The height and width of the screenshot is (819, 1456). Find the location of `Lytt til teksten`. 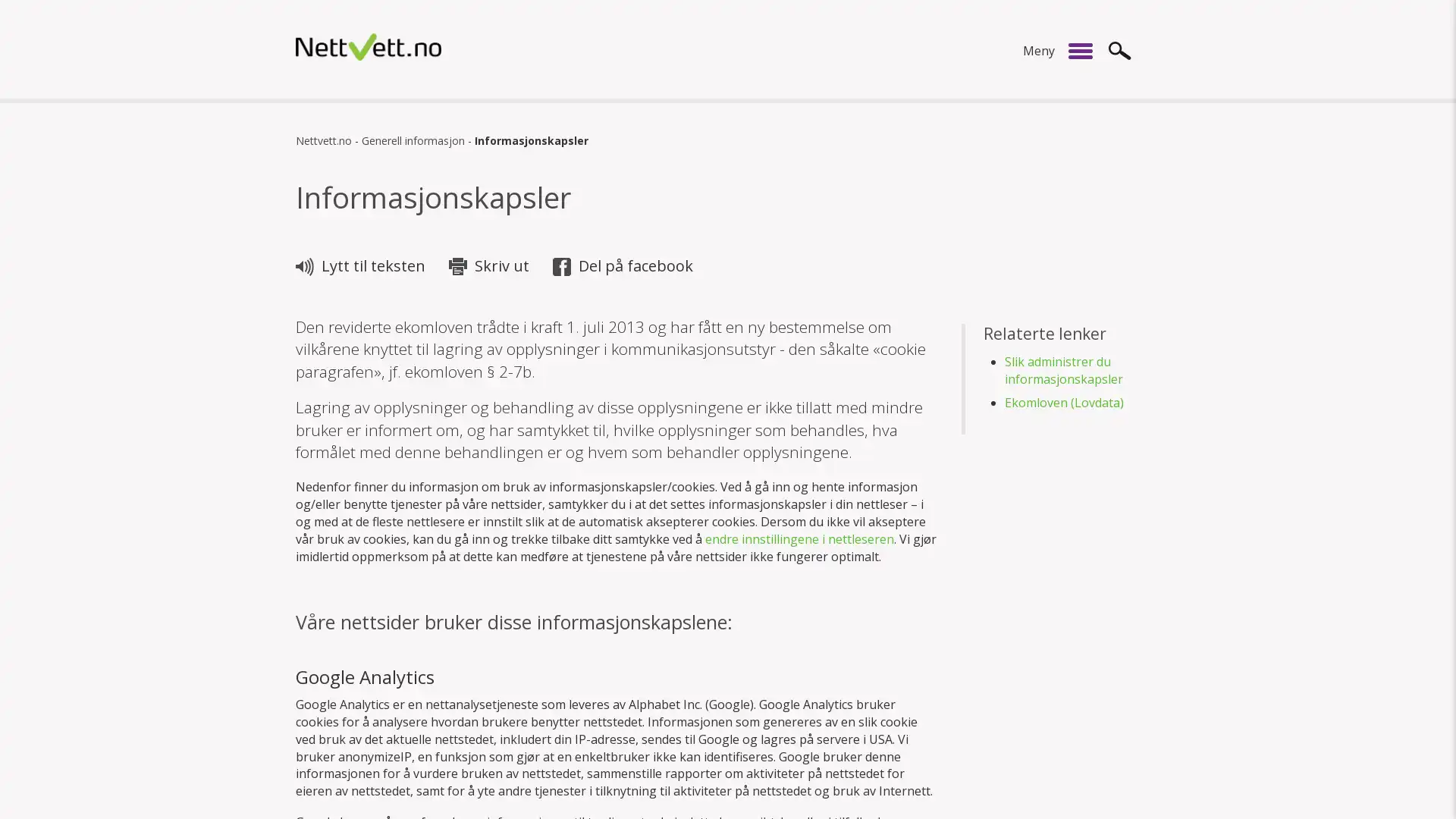

Lytt til teksten is located at coordinates (362, 265).